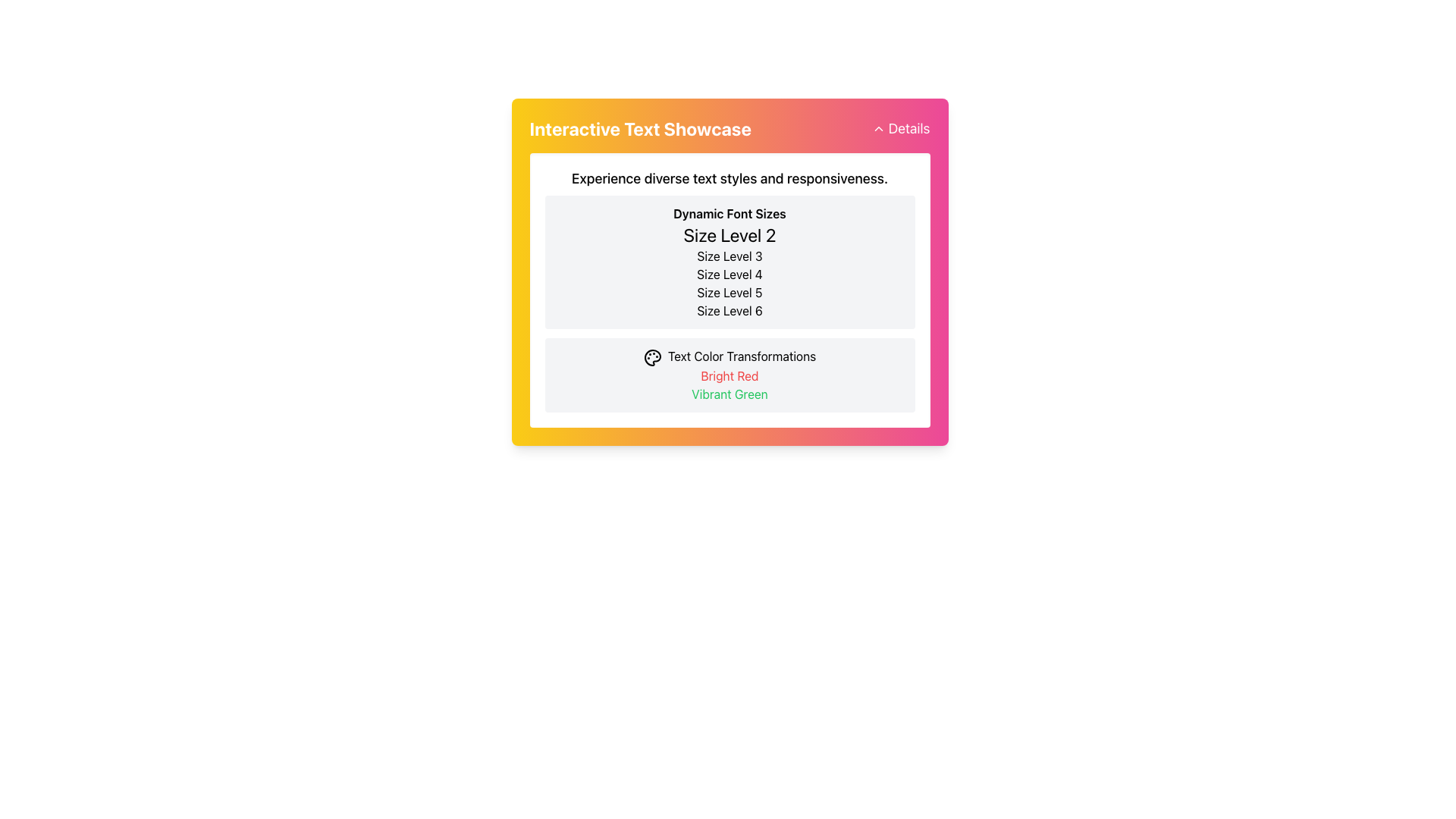 Image resolution: width=1456 pixels, height=819 pixels. What do you see at coordinates (878, 127) in the screenshot?
I see `the upward-facing chevron arrow icon located to the left of the 'Details' text in the top-right corner of the interface` at bounding box center [878, 127].